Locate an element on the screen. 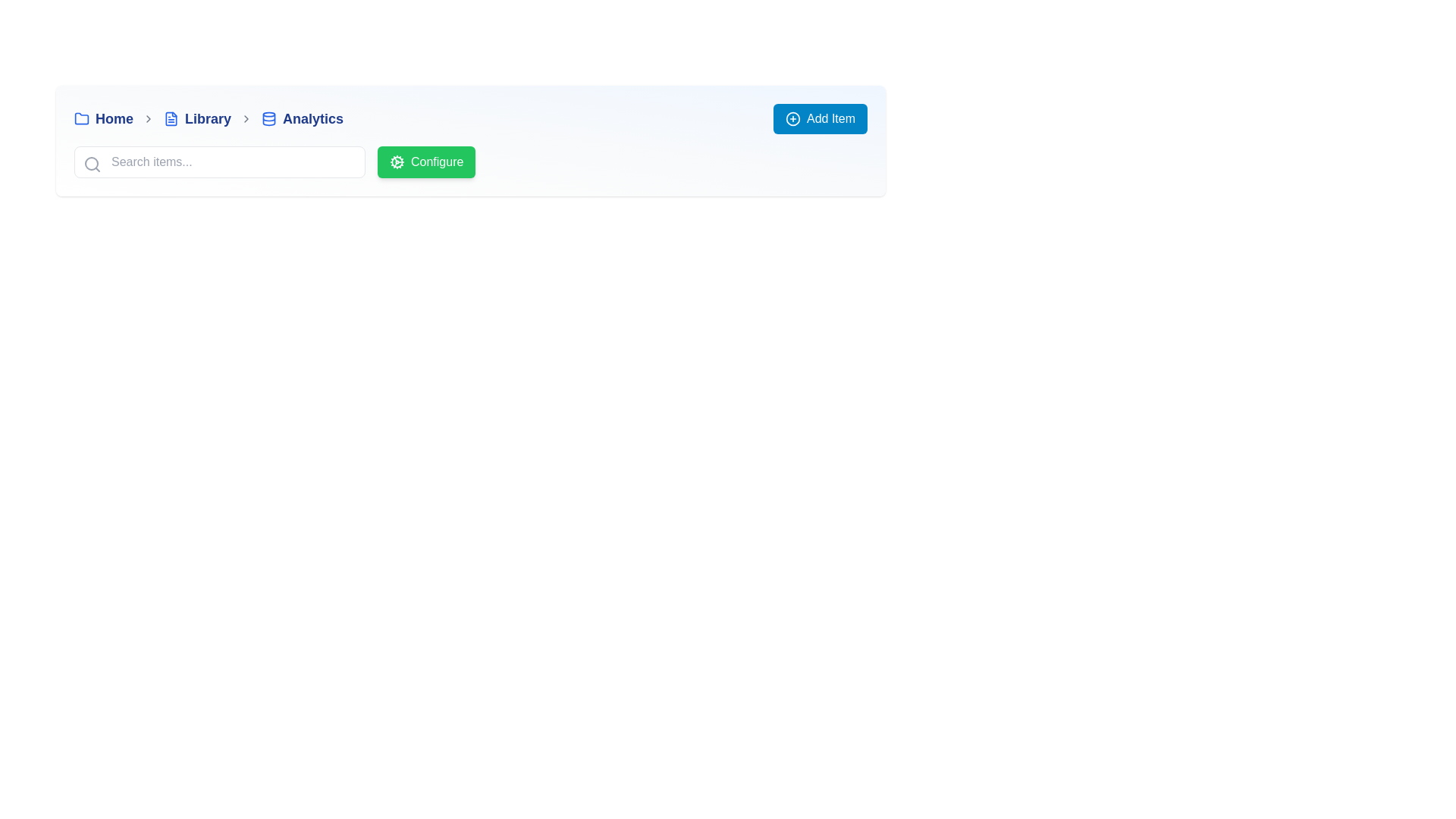 This screenshot has width=1456, height=819. the blue-colored folder icon located to the left of the 'Home' text in the breadcrumb navigation area is located at coordinates (81, 118).